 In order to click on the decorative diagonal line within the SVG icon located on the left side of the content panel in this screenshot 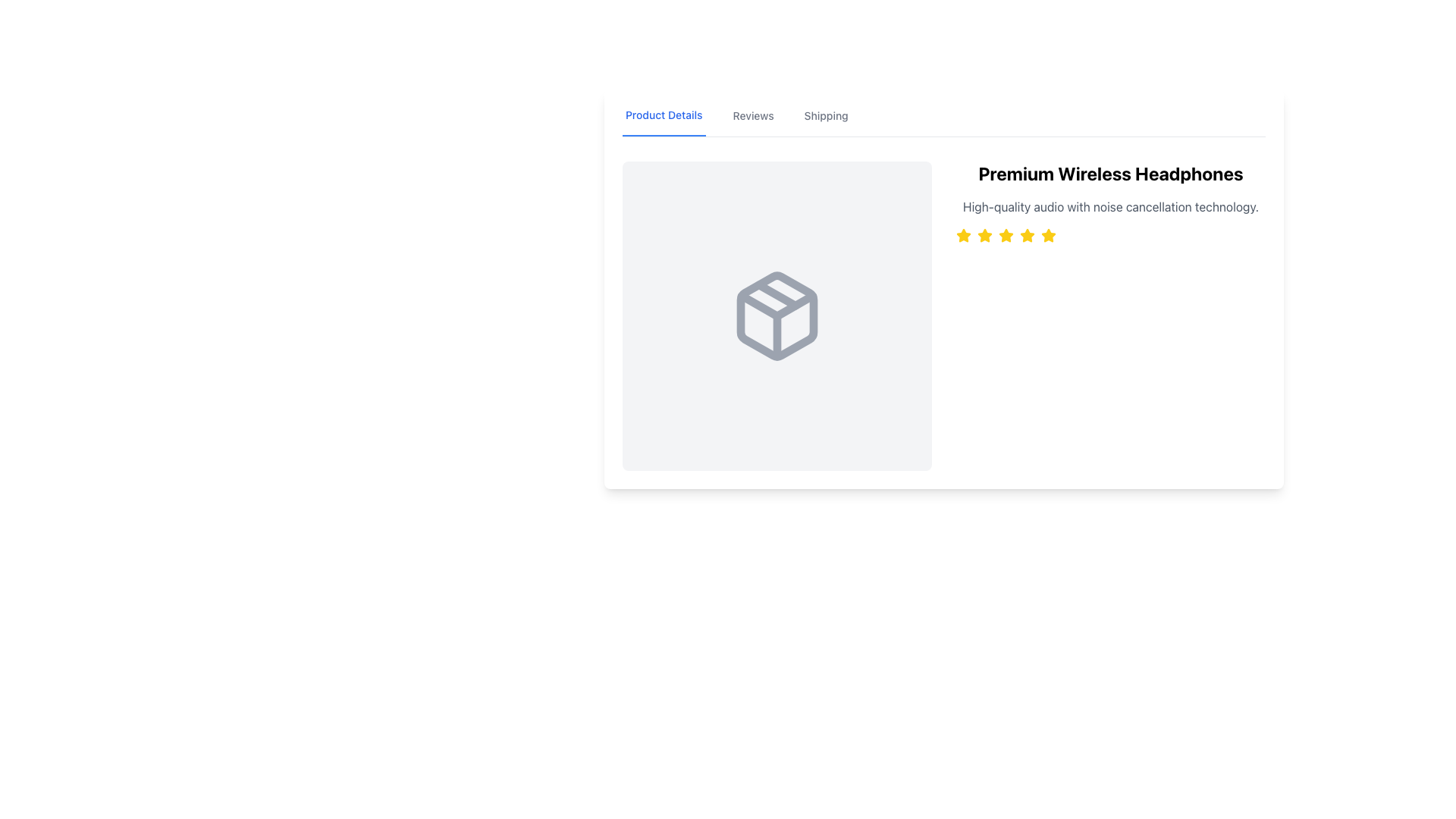, I will do `click(777, 295)`.